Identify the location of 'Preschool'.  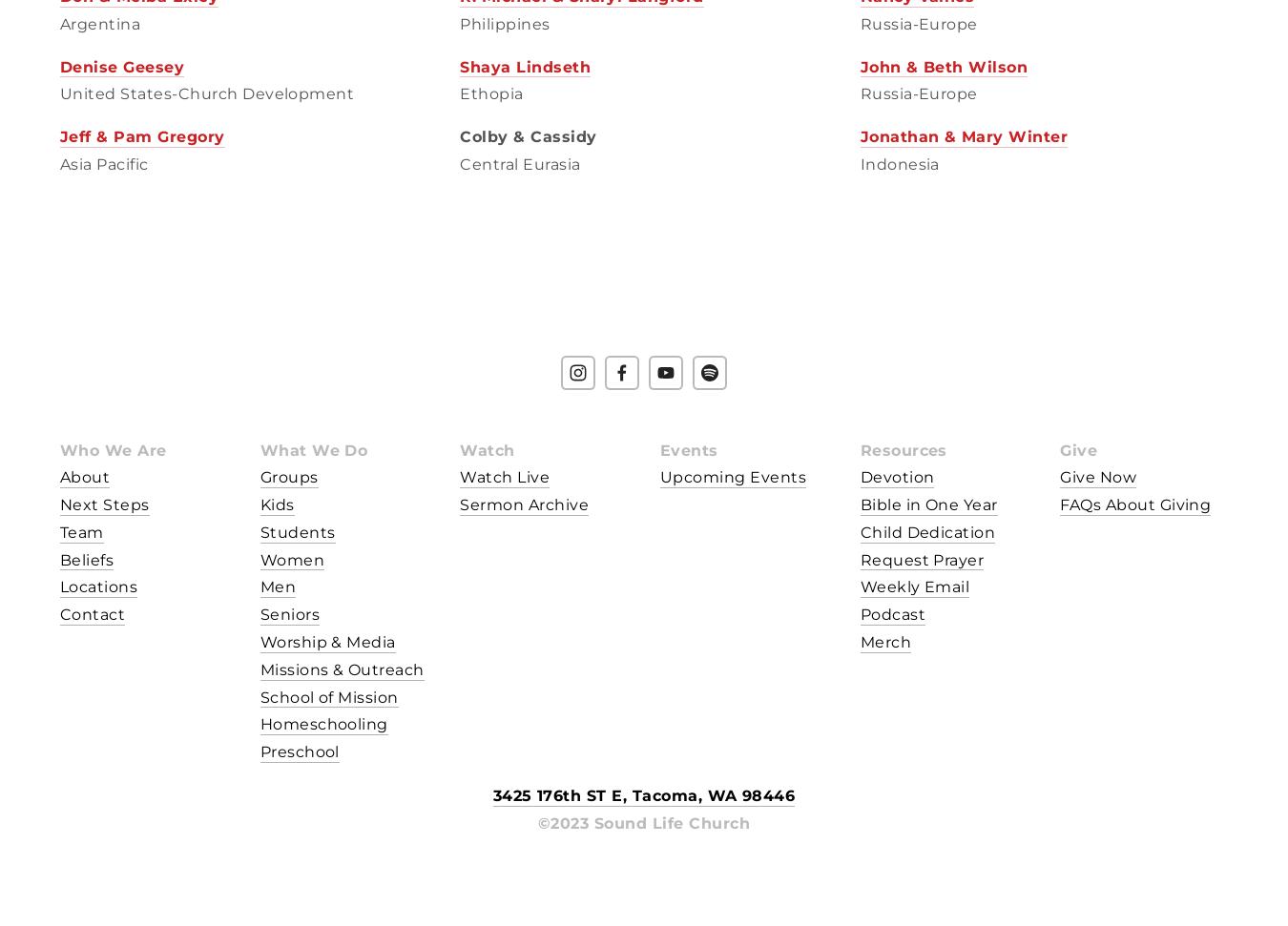
(298, 751).